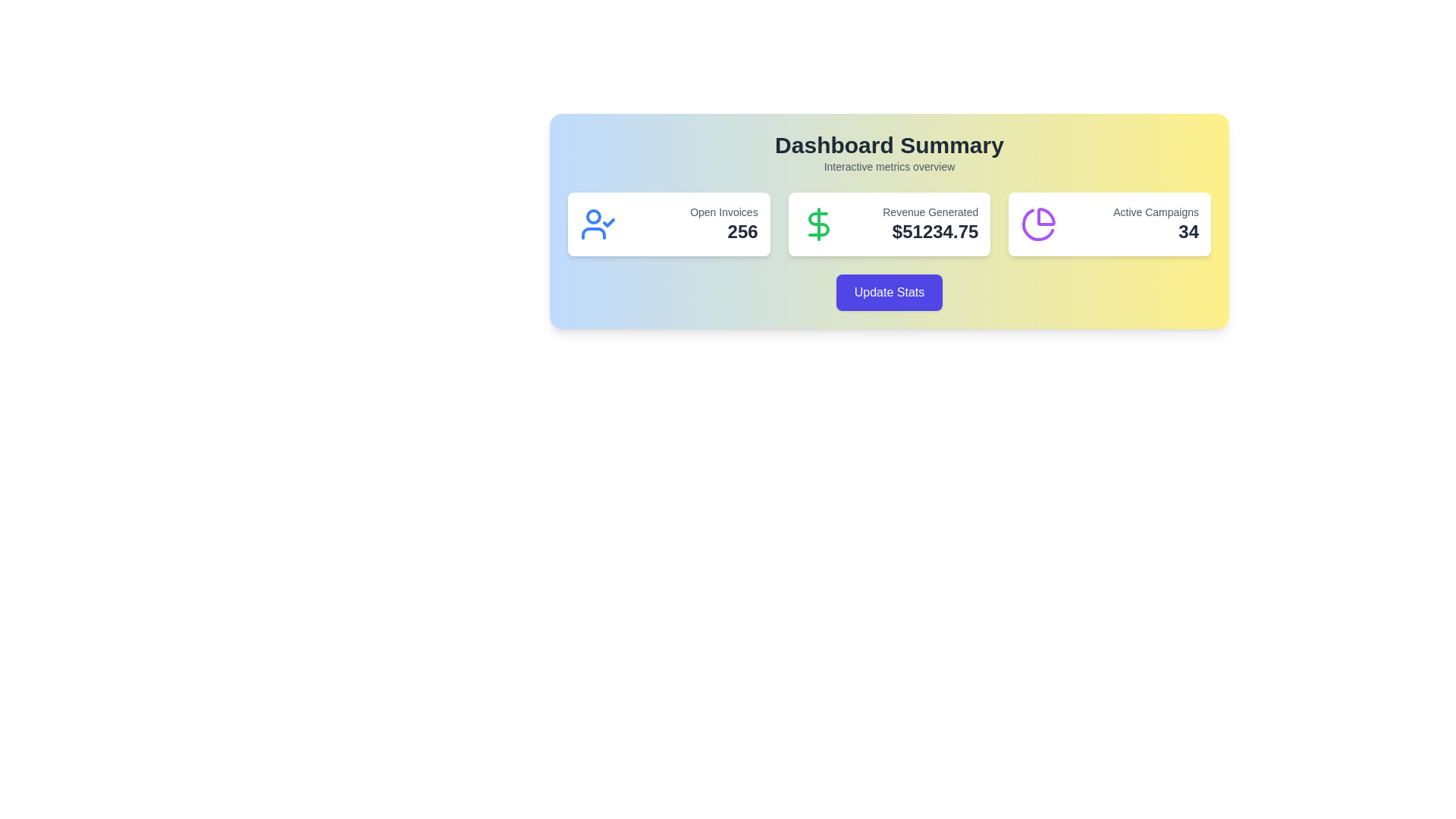 This screenshot has height=819, width=1456. What do you see at coordinates (1155, 212) in the screenshot?
I see `the 'Active Campaigns' text label, which is styled in gray and located above the numerical value '34' in the rightmost panel of a three-panel dashboard interface` at bounding box center [1155, 212].